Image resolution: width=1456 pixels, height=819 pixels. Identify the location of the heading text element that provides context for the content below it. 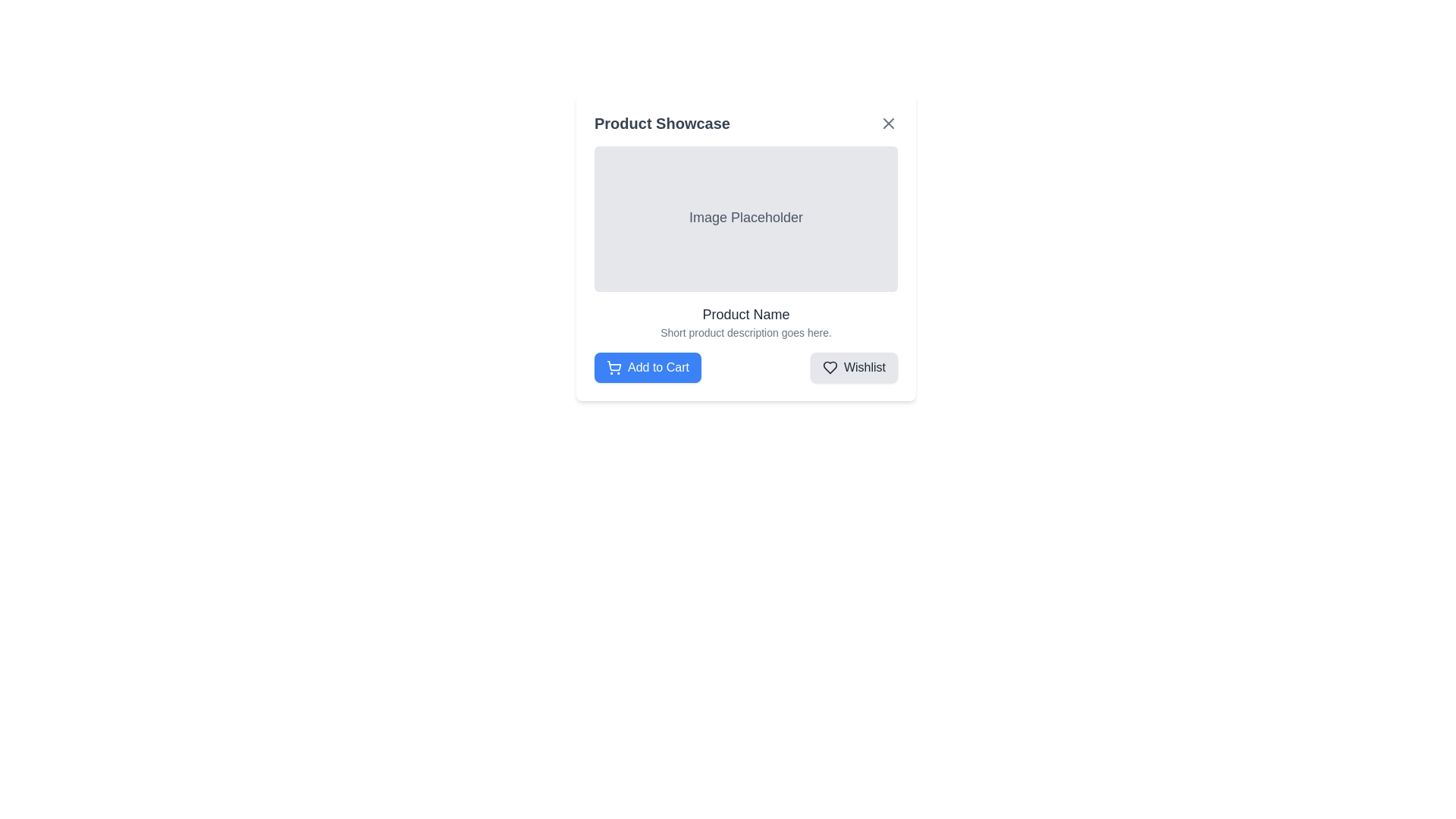
(662, 122).